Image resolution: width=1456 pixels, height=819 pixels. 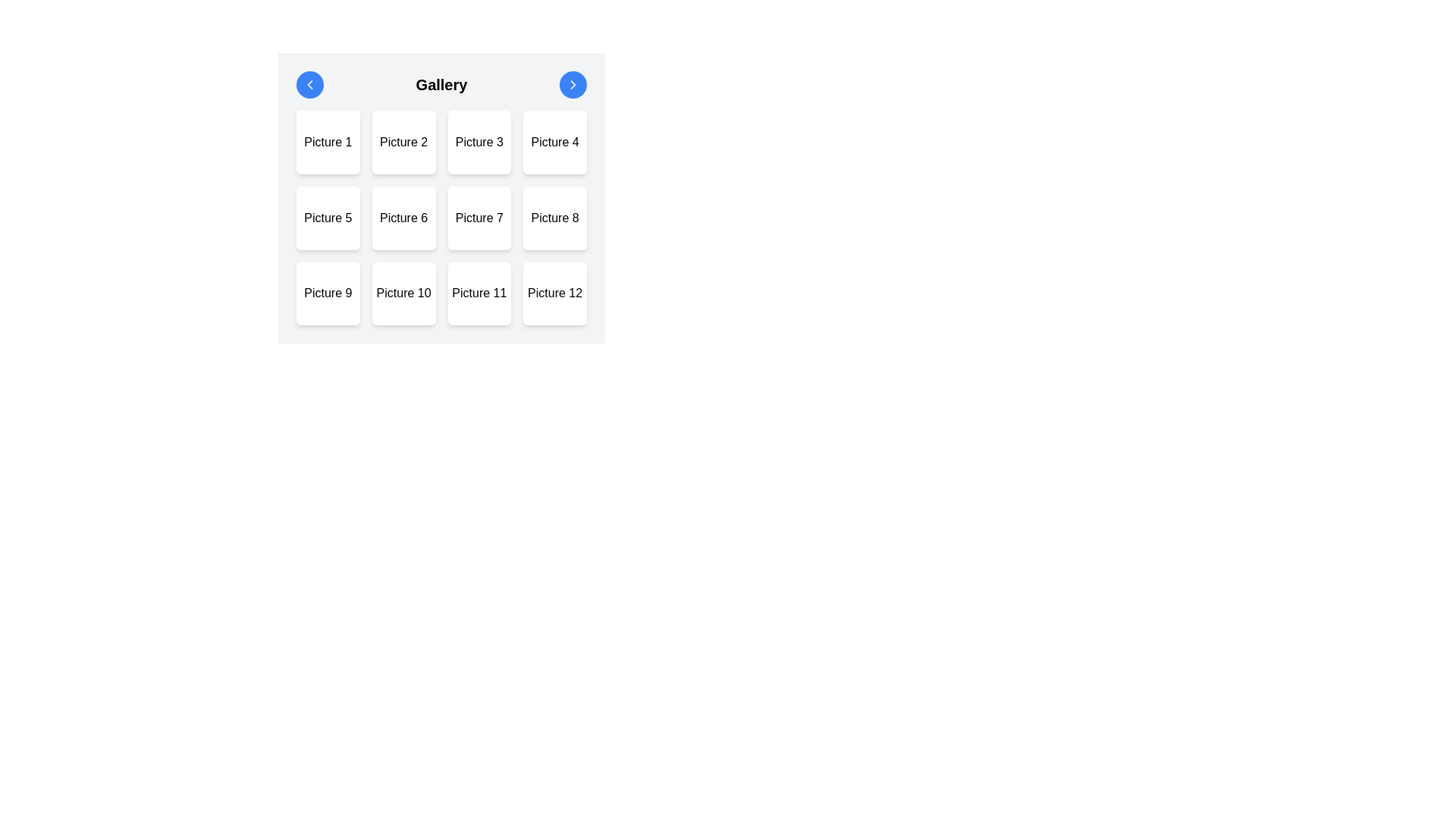 I want to click on the static text or image placeholder labeled 'Picture 11', which is the eleventh item in a grid of 12 square cells arranged in 4 columns and 3 rows, so click(x=479, y=293).